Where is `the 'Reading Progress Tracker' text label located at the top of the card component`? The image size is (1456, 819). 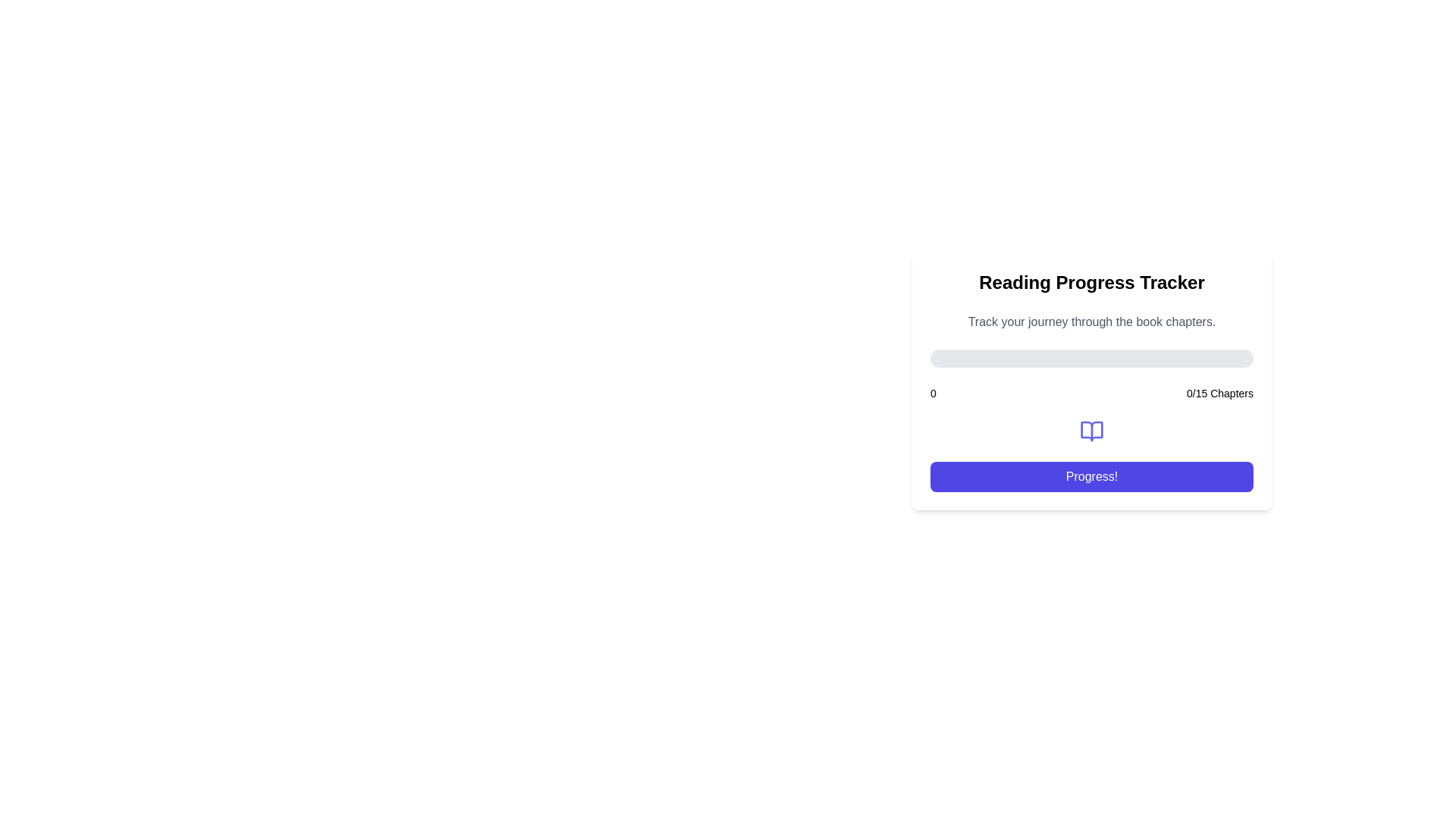 the 'Reading Progress Tracker' text label located at the top of the card component is located at coordinates (1092, 283).